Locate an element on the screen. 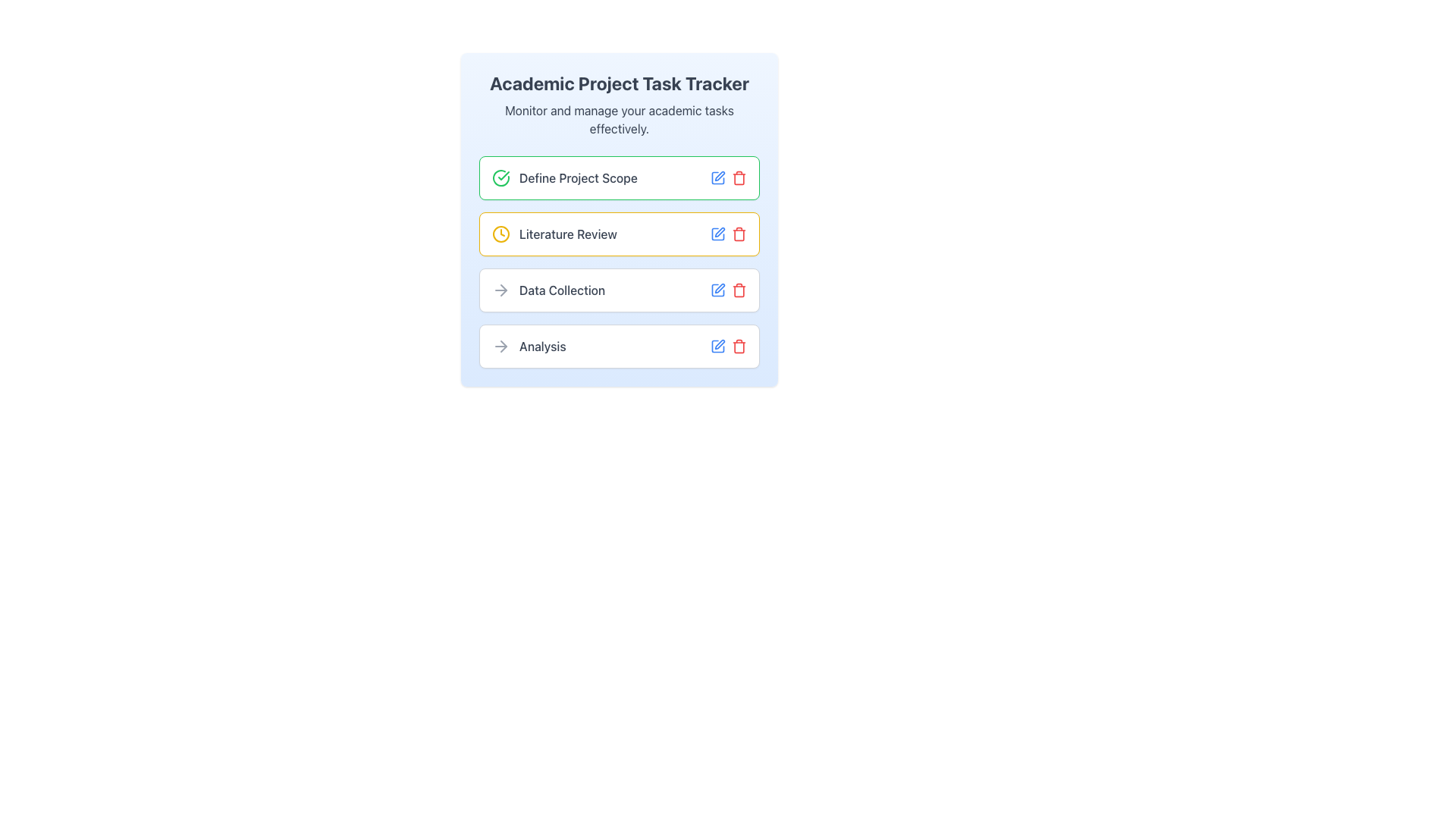 The height and width of the screenshot is (819, 1456). the clock icon element indicating pending status for the 'Literature Review' item in the list is located at coordinates (501, 234).